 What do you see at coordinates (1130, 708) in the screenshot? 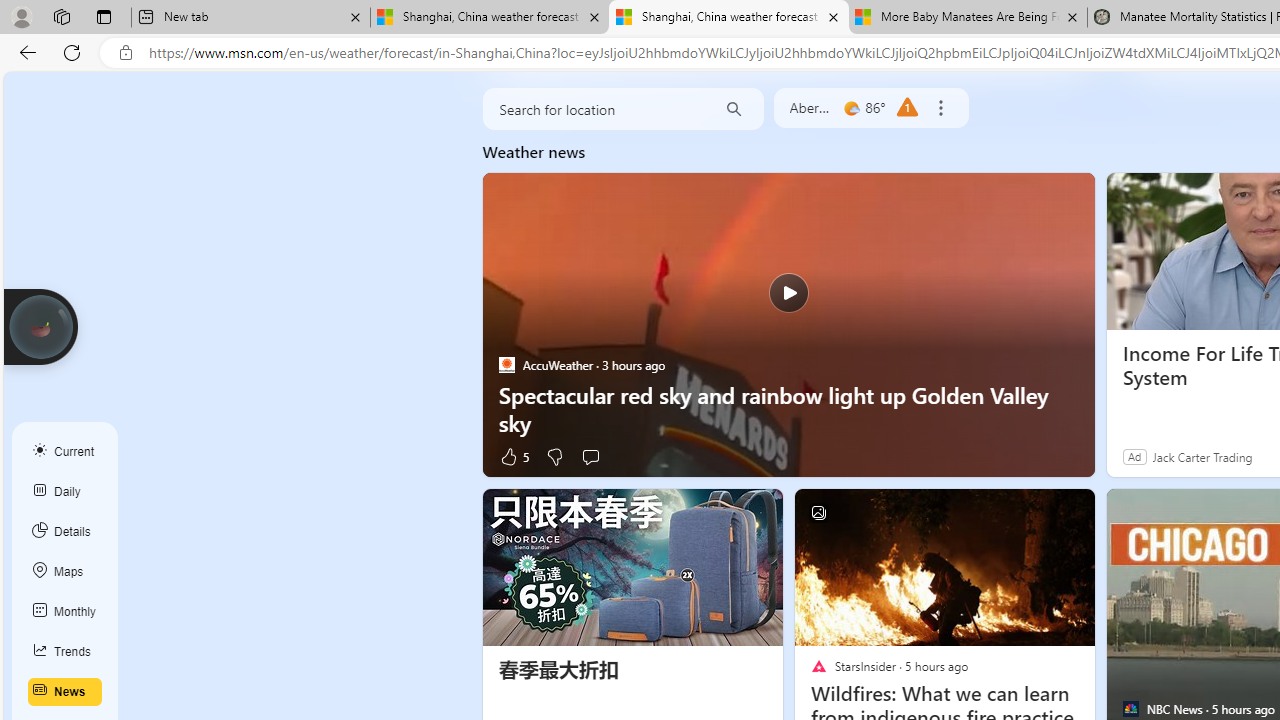
I see `'NBC News'` at bounding box center [1130, 708].